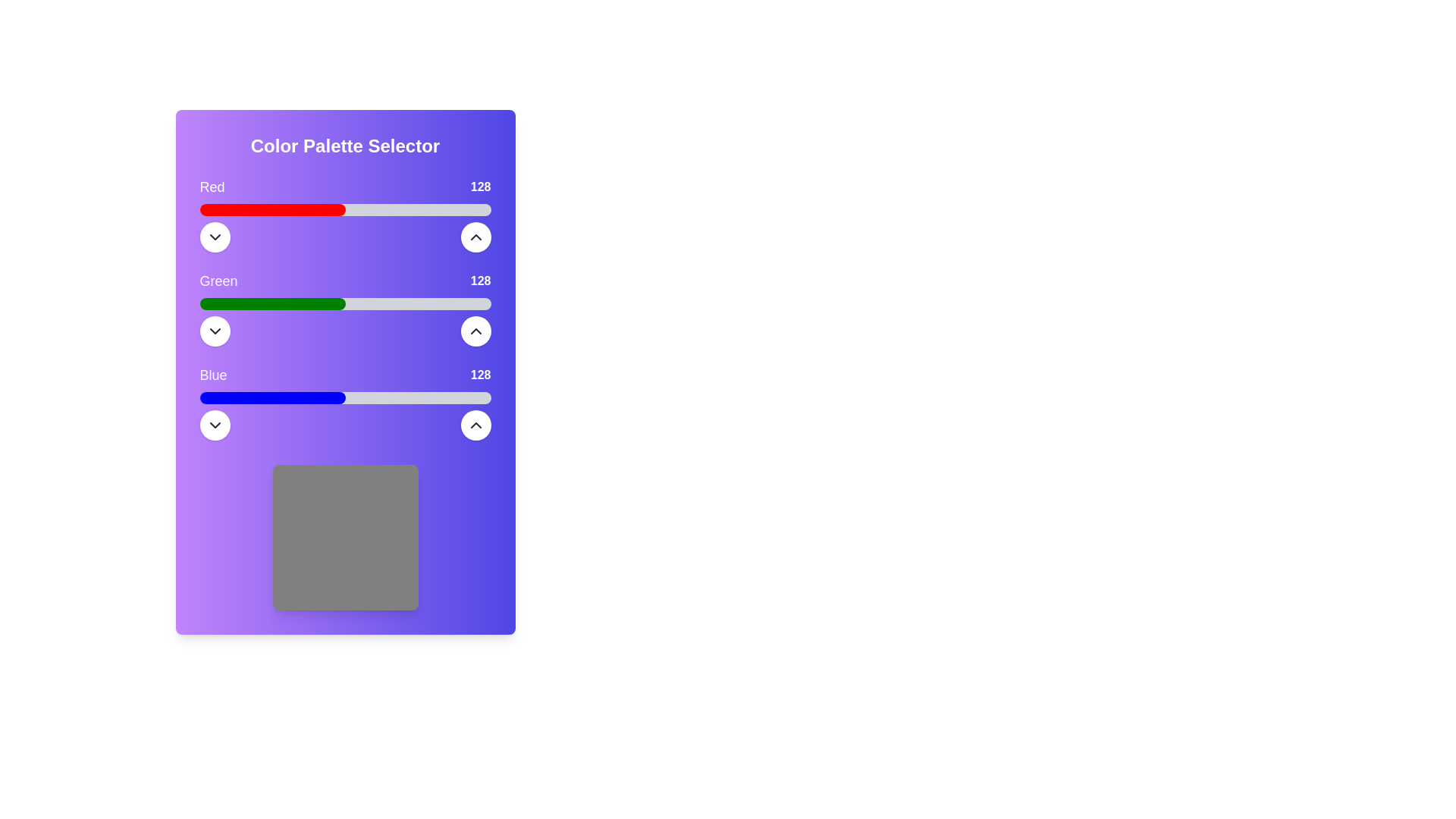 The height and width of the screenshot is (819, 1456). Describe the element at coordinates (344, 186) in the screenshot. I see `the Static text component labeled 'Red' that displays the current value '128' for the Red color channel` at that location.